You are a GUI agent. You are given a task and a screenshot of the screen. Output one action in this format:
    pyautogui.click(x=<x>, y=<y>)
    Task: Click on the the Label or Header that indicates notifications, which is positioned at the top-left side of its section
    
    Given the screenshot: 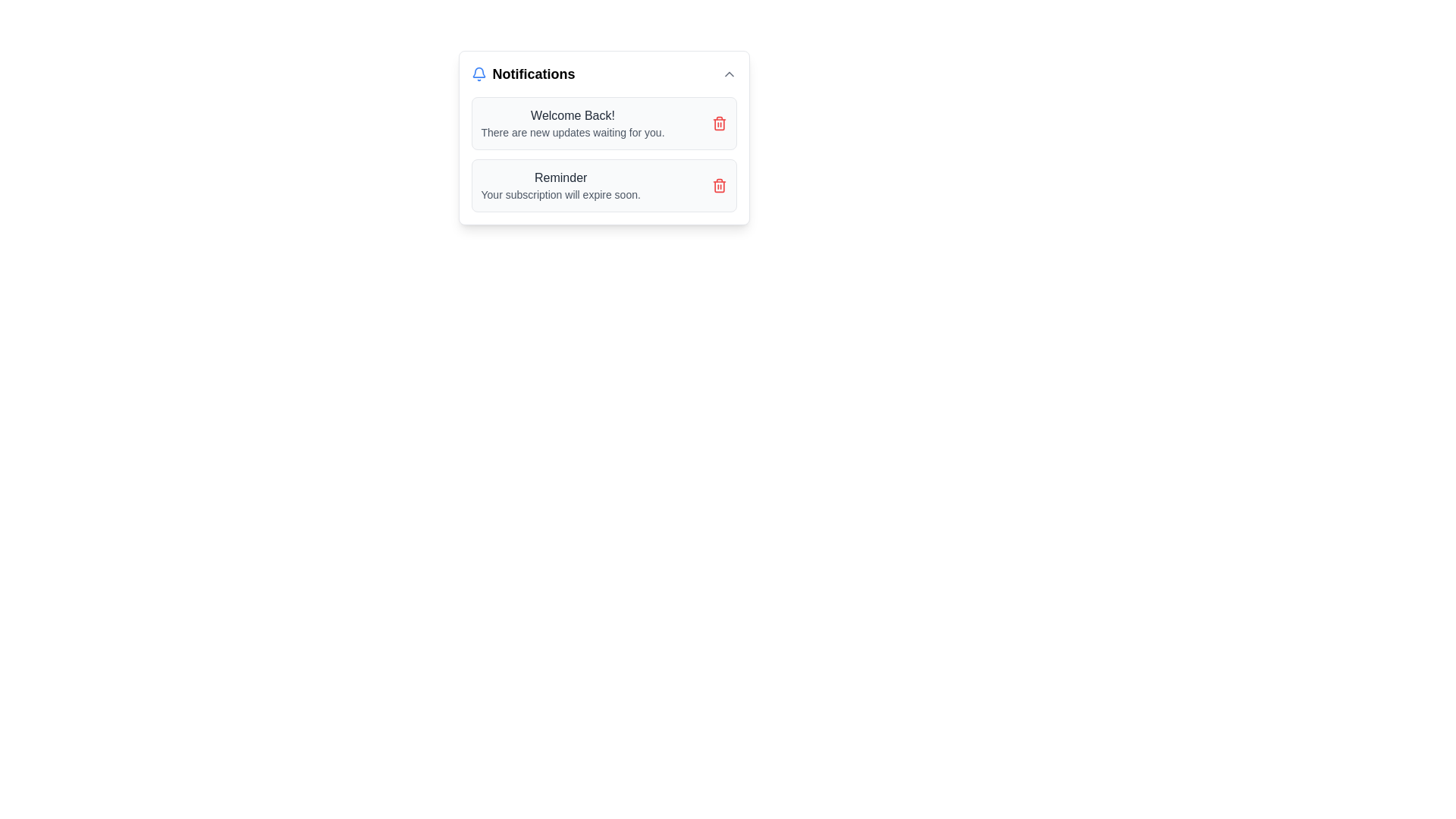 What is the action you would take?
    pyautogui.click(x=523, y=74)
    